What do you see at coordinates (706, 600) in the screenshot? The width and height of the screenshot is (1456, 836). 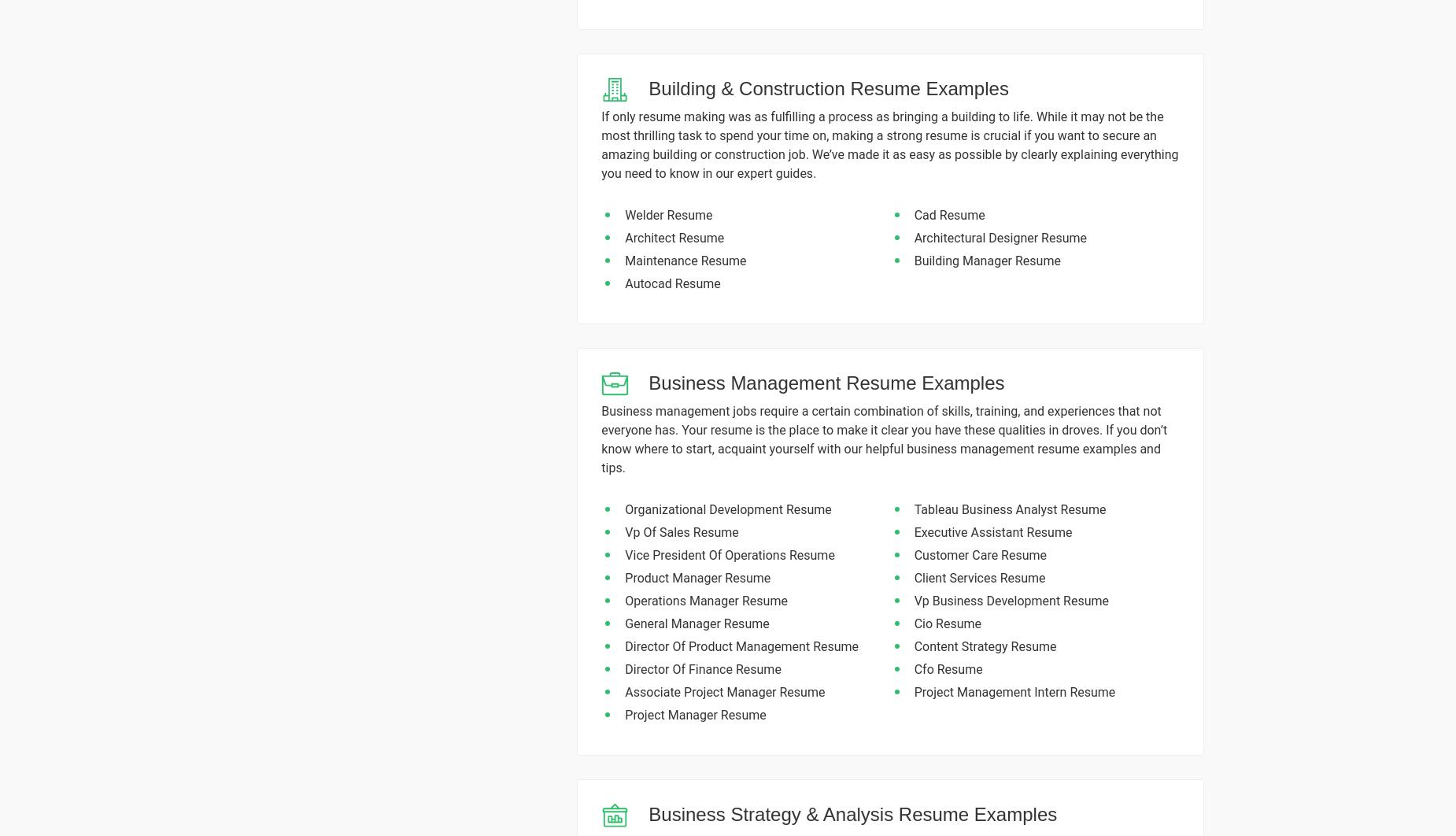 I see `'Operations Manager Resume'` at bounding box center [706, 600].